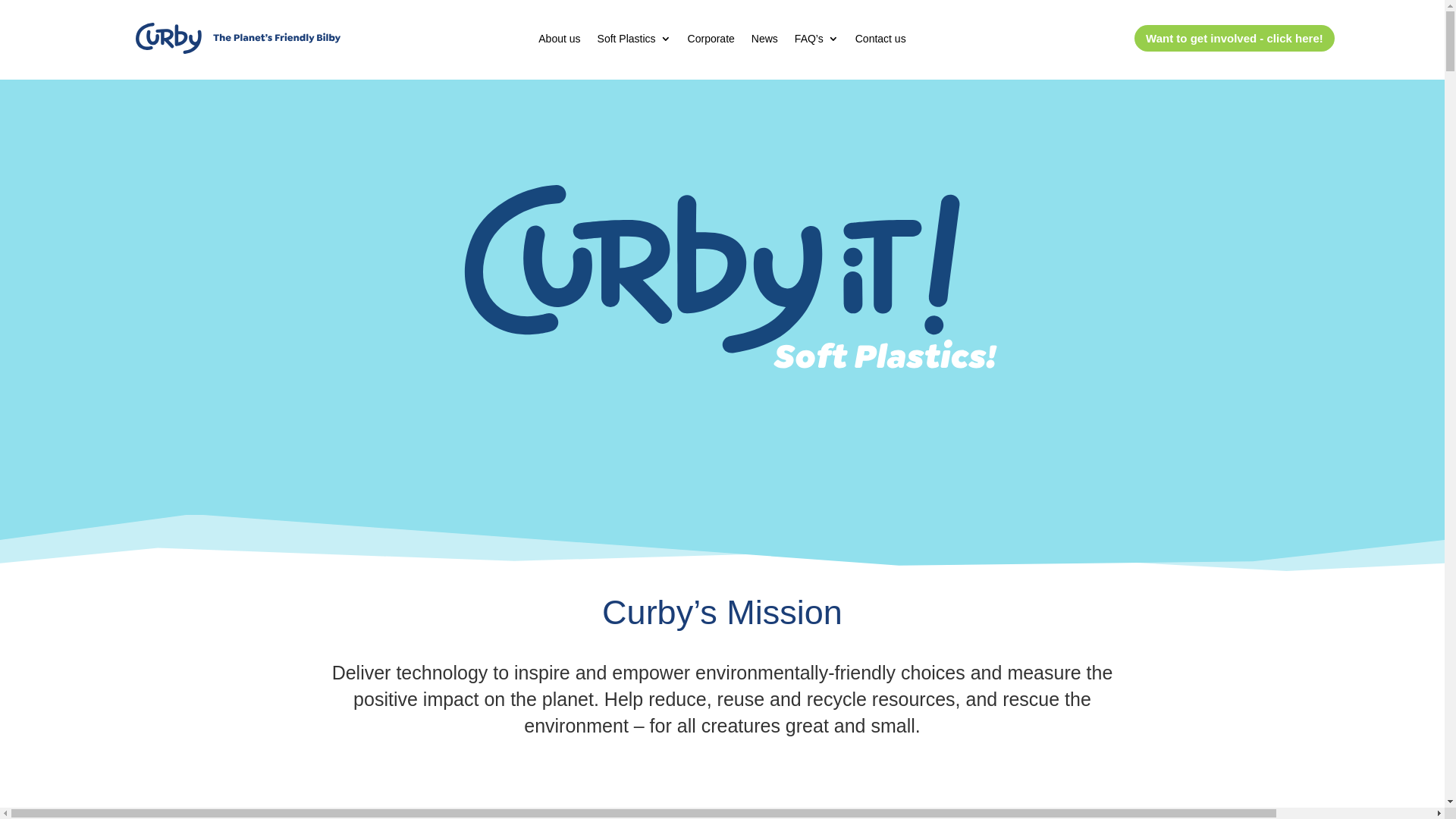  Describe the element at coordinates (558, 40) in the screenshot. I see `'About us'` at that location.